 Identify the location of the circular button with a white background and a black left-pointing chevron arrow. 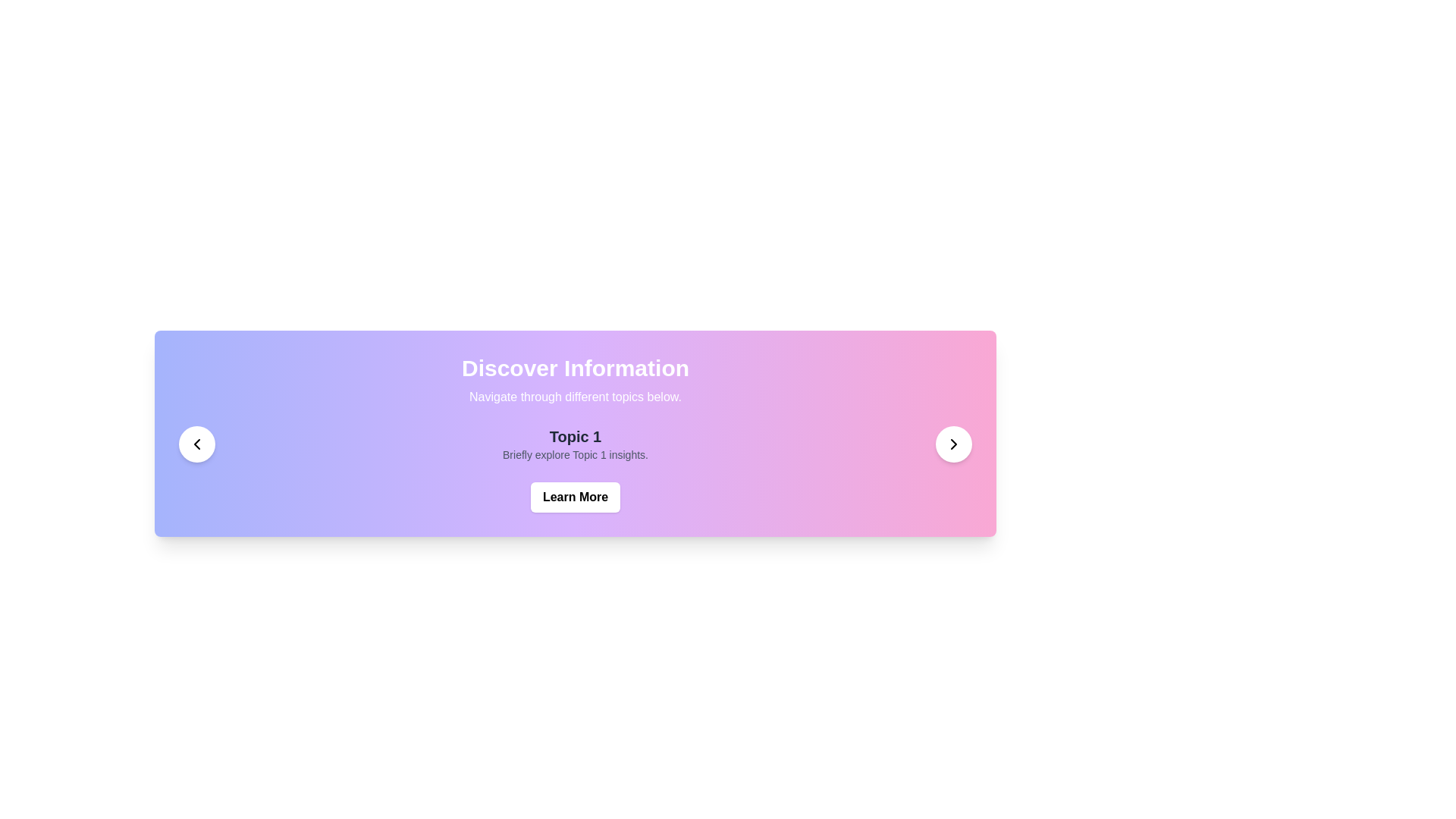
(196, 444).